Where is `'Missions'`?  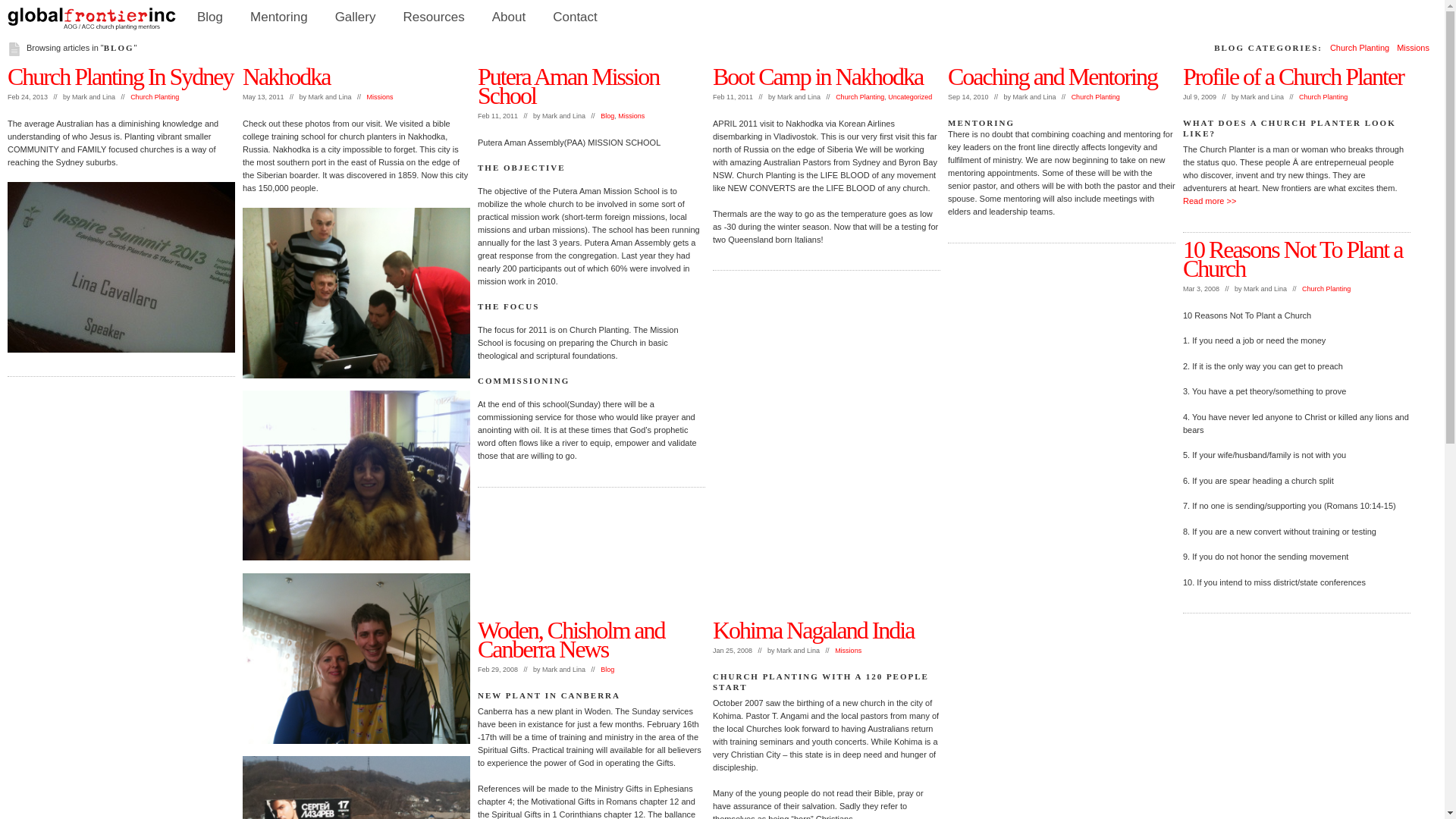 'Missions' is located at coordinates (380, 96).